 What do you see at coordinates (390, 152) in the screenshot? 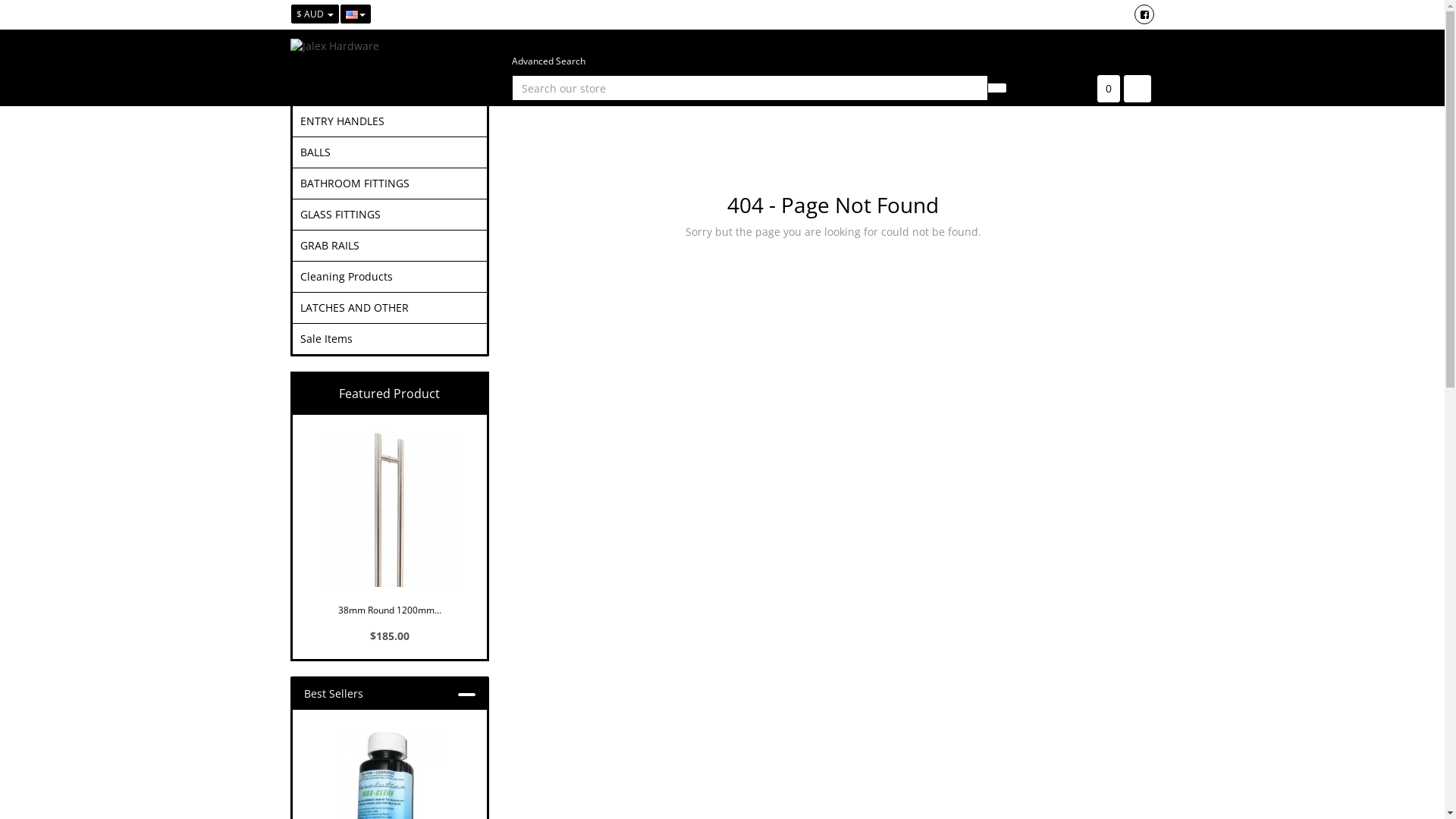
I see `'BALLS'` at bounding box center [390, 152].